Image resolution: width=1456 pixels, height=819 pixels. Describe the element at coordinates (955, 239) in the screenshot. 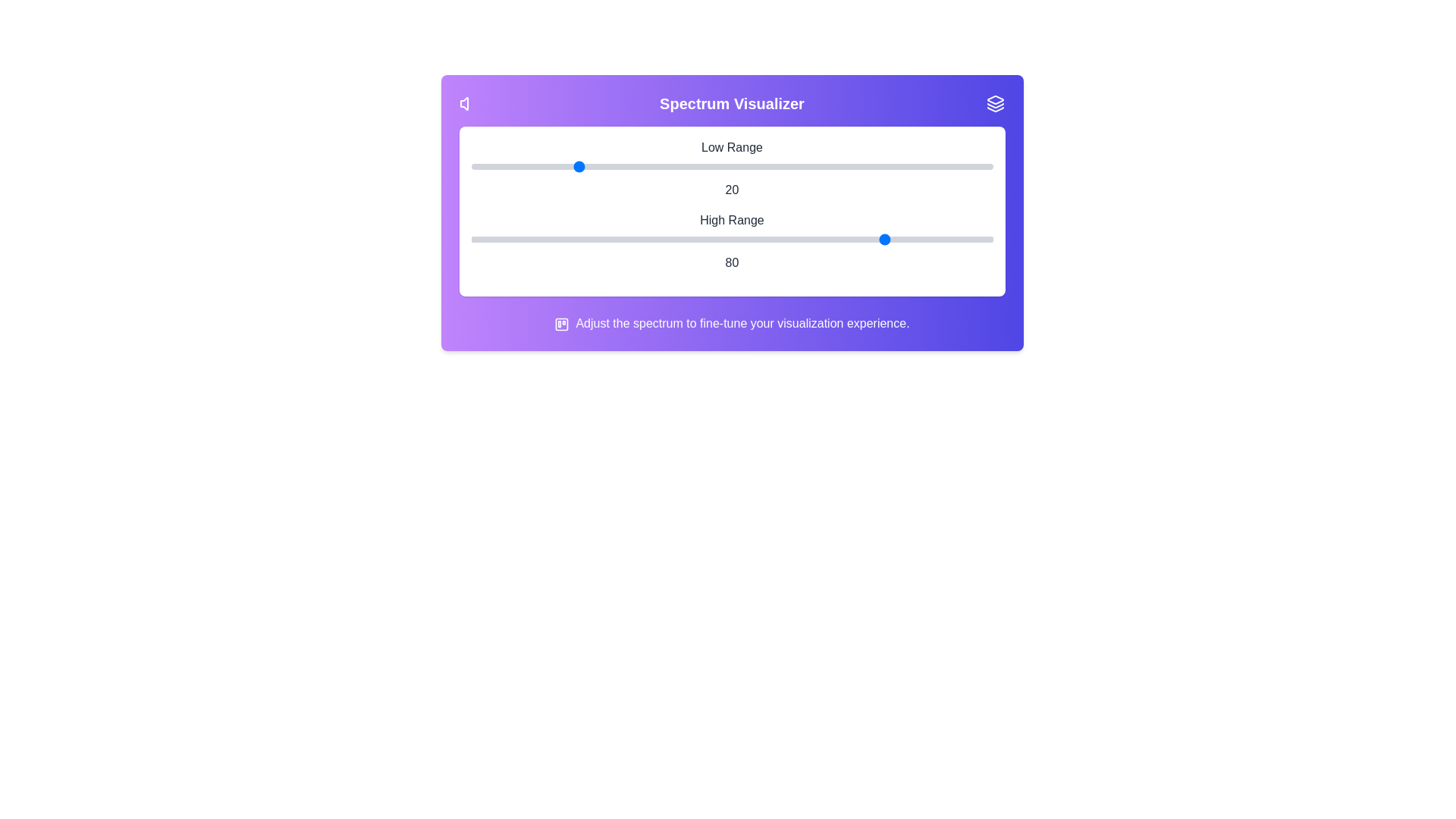

I see `the high range slider to 93` at that location.